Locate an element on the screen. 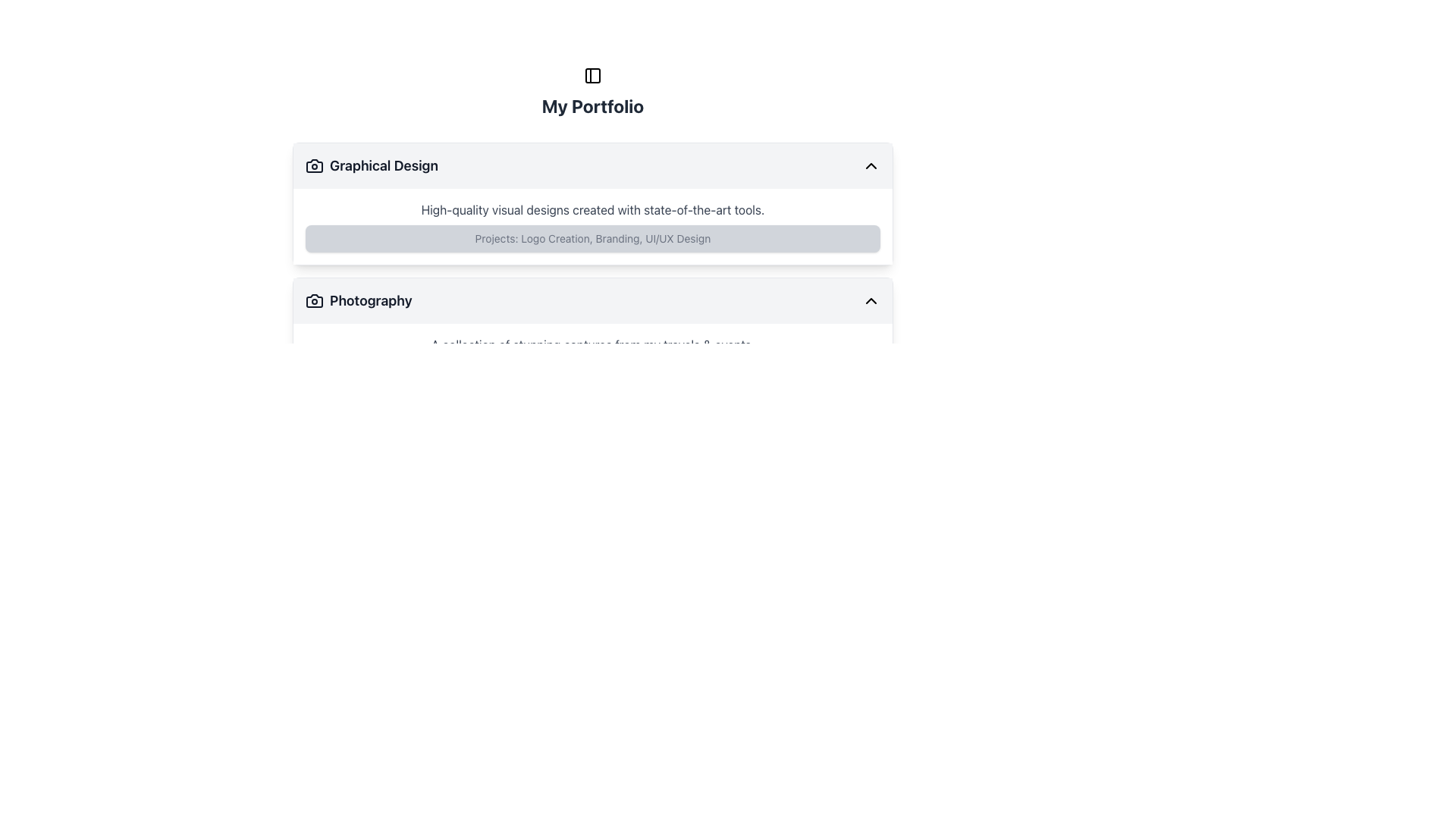 This screenshot has width=1456, height=819. the text label displaying 'Projects: Logo Creation, Branding, UI/UX Design', which is styled in gray and located under the 'Graphical Design' heading in the 'My Portfolio' section is located at coordinates (592, 239).